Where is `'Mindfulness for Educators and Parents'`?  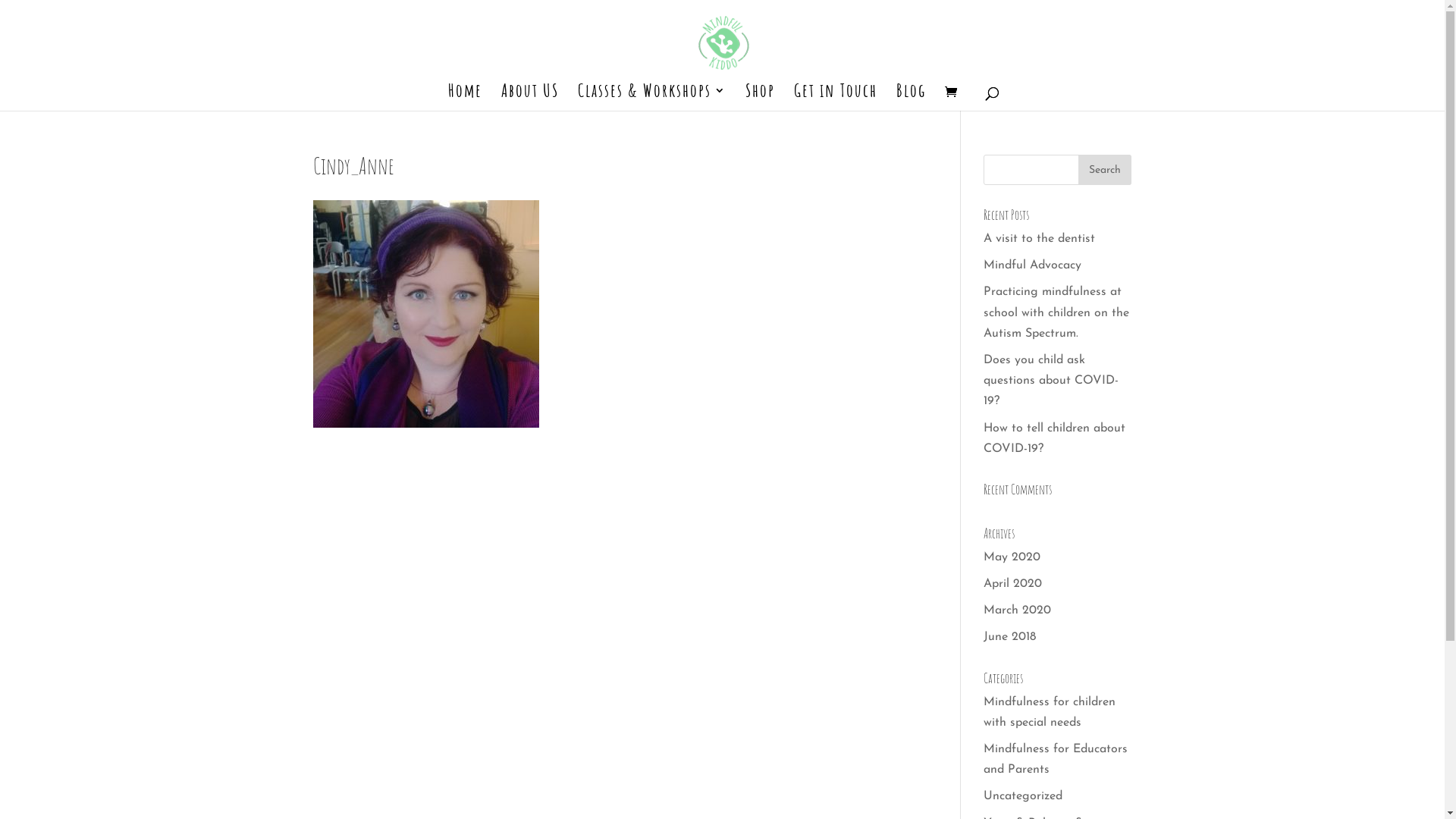 'Mindfulness for Educators and Parents' is located at coordinates (1055, 759).